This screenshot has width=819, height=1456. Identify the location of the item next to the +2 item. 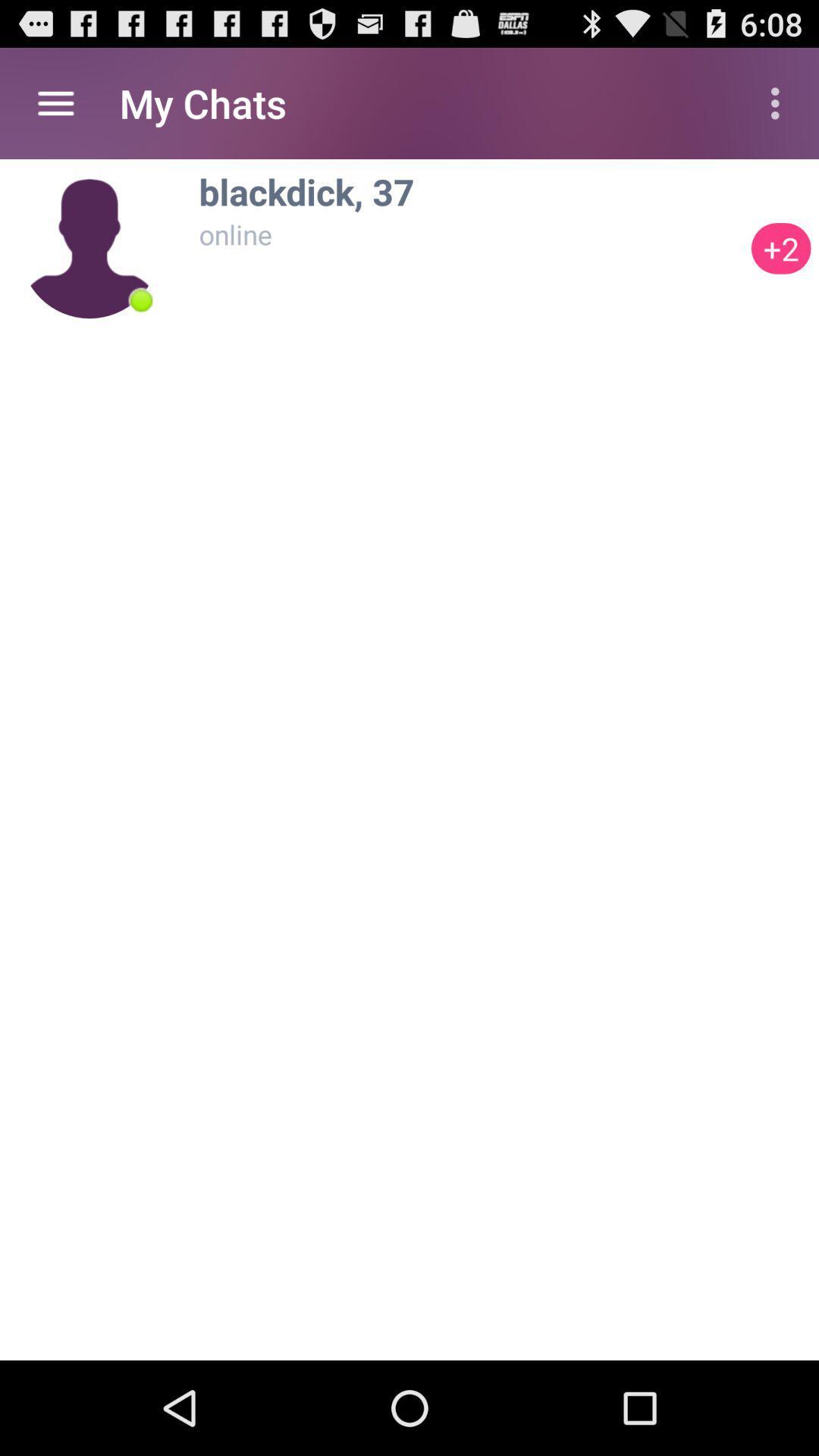
(470, 190).